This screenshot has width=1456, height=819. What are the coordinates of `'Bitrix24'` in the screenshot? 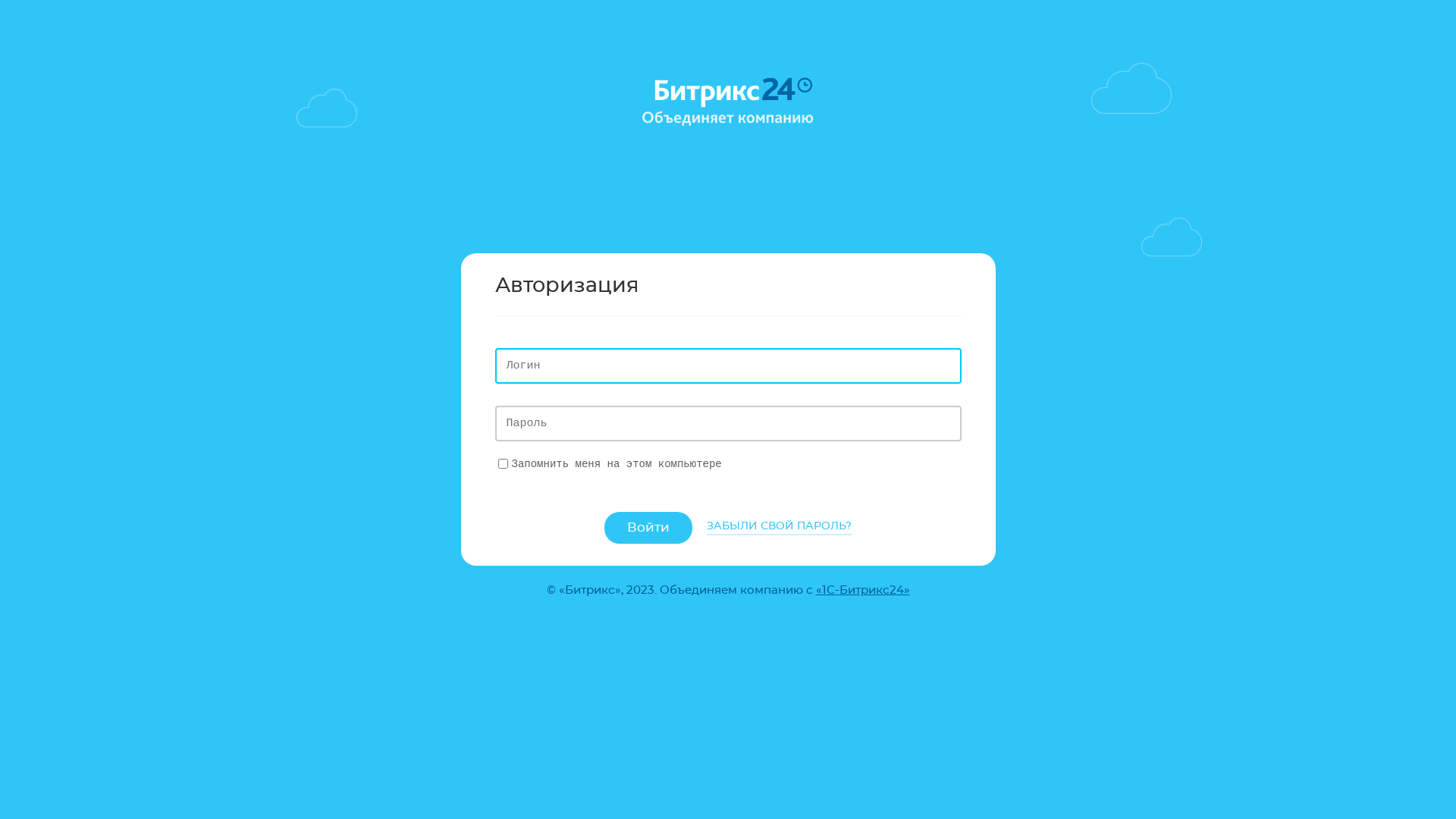 It's located at (728, 101).